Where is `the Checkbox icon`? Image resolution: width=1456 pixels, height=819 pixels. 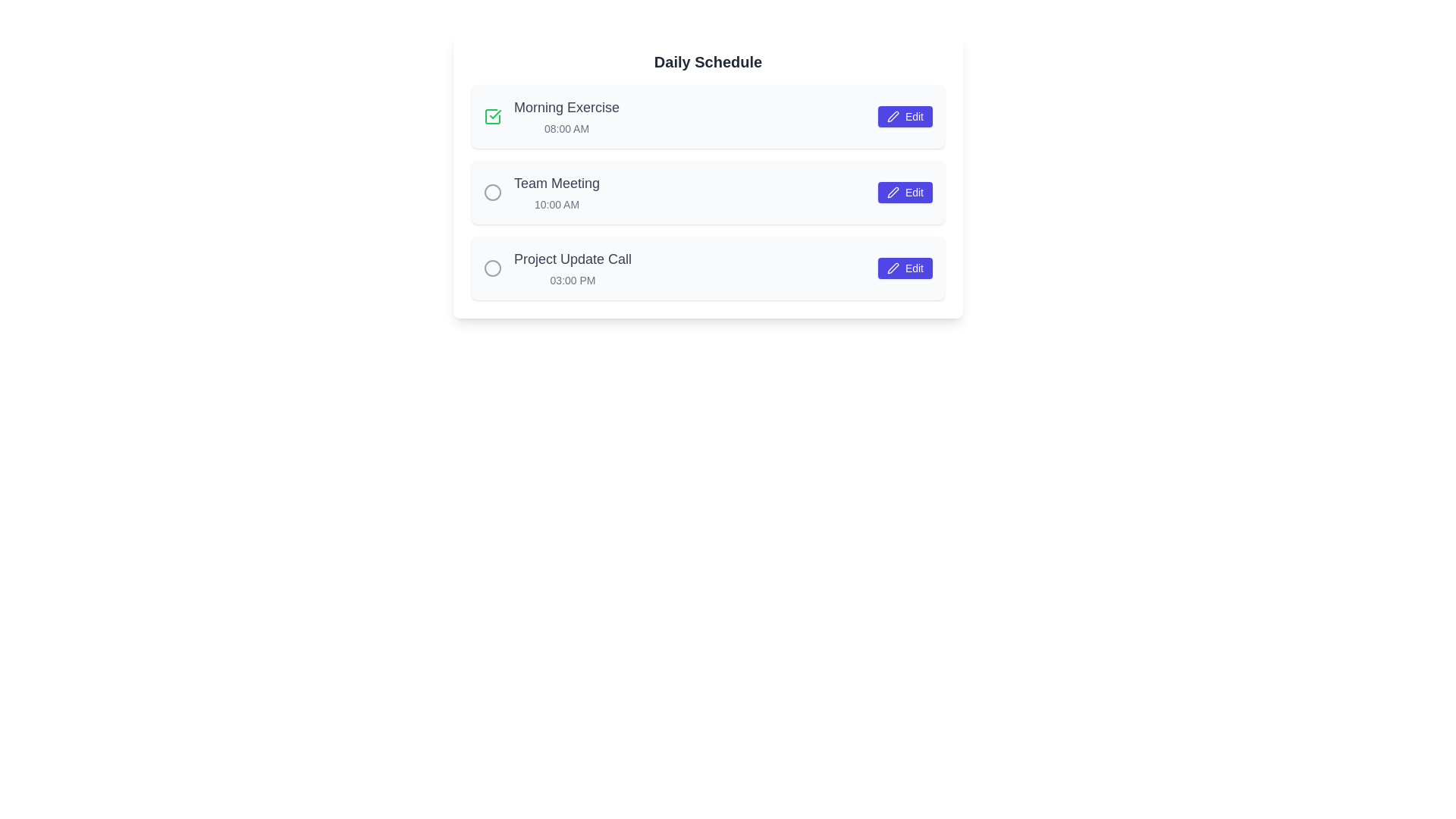 the Checkbox icon is located at coordinates (492, 116).